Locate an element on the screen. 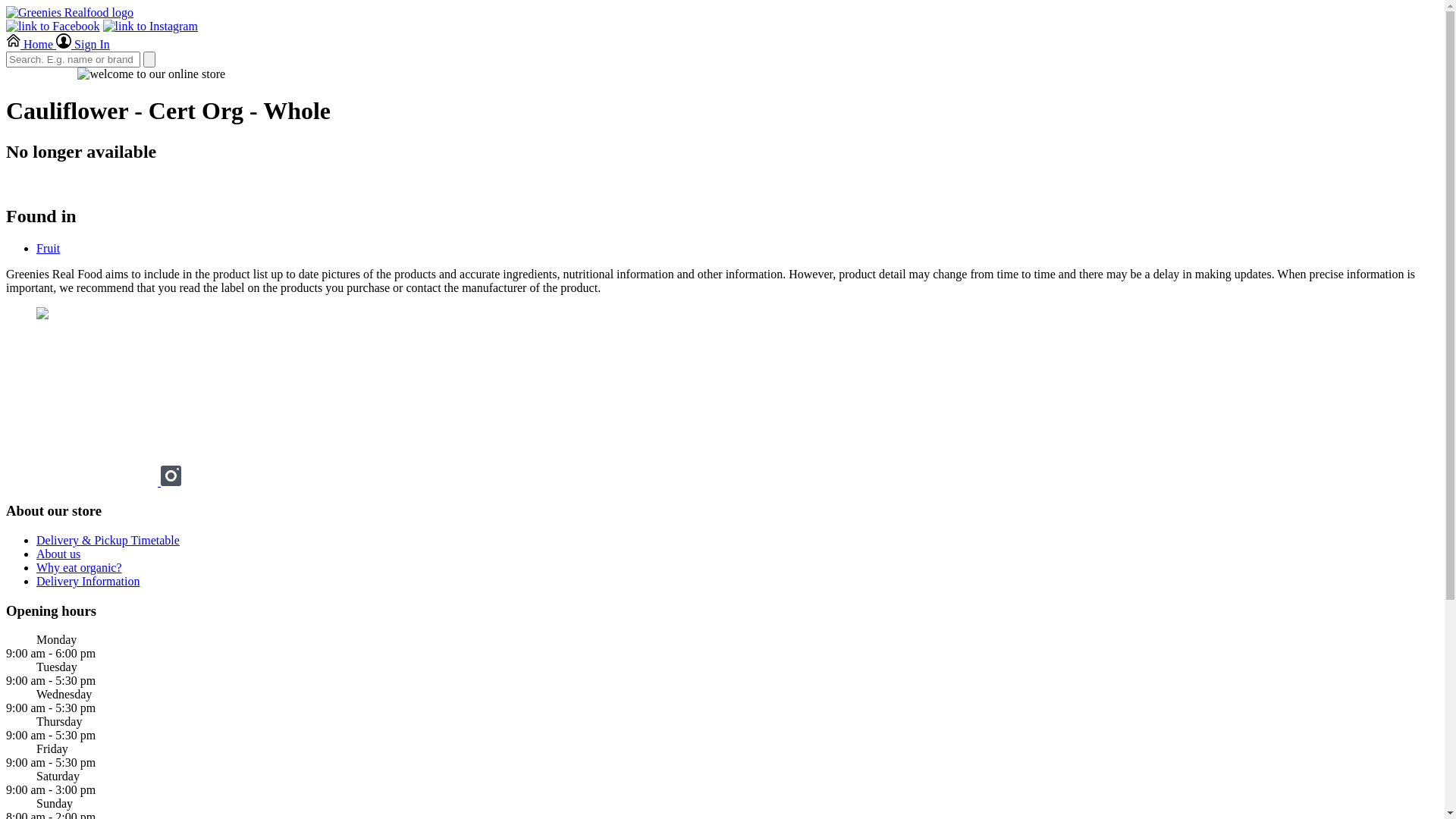 The height and width of the screenshot is (819, 1456). 'Delivery Information' is located at coordinates (36, 580).